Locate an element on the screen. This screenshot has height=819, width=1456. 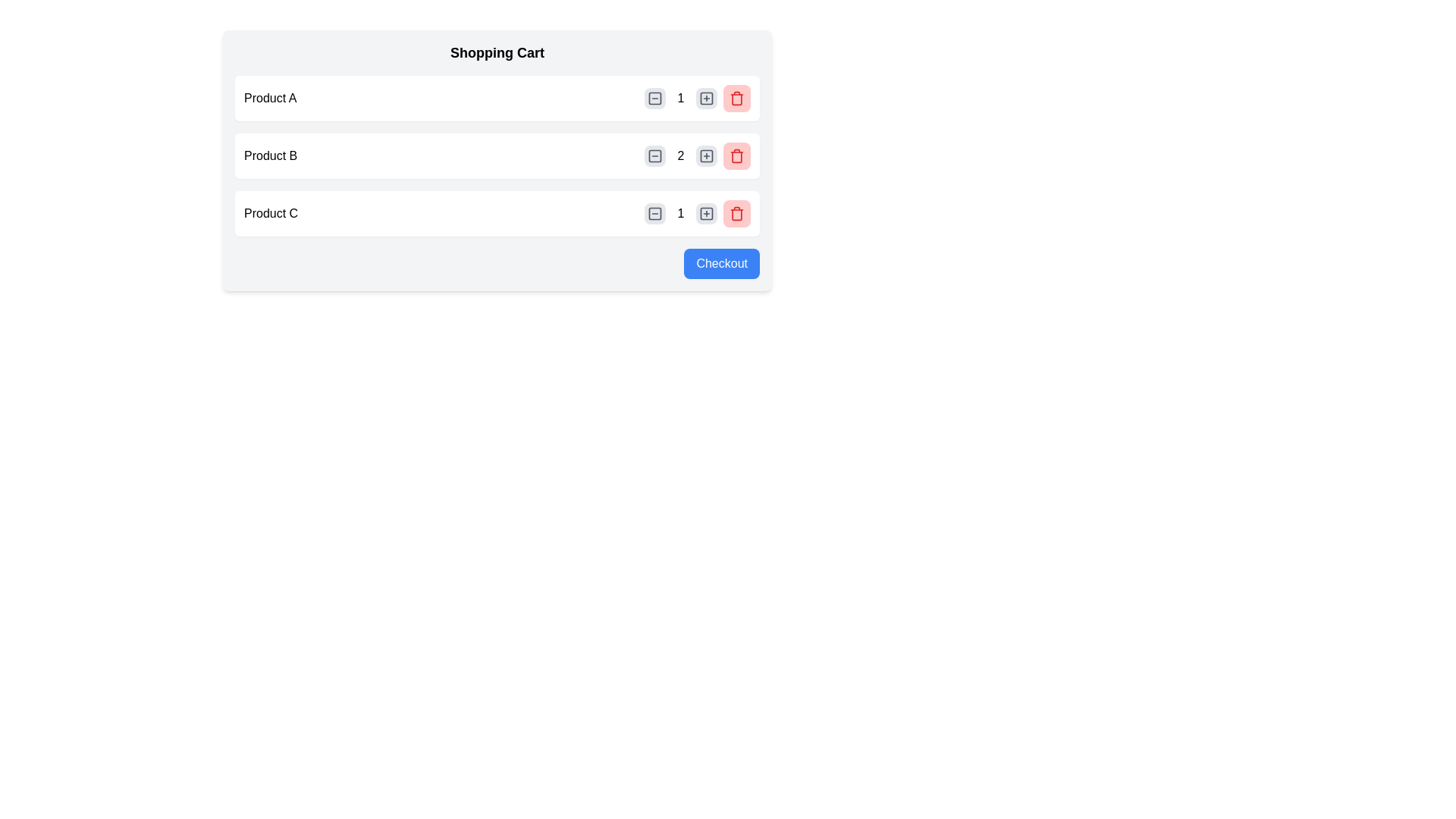
the minus button, which is a square with rounded corners and a gray outline, to decrement the quantity of 'Product A' is located at coordinates (655, 99).